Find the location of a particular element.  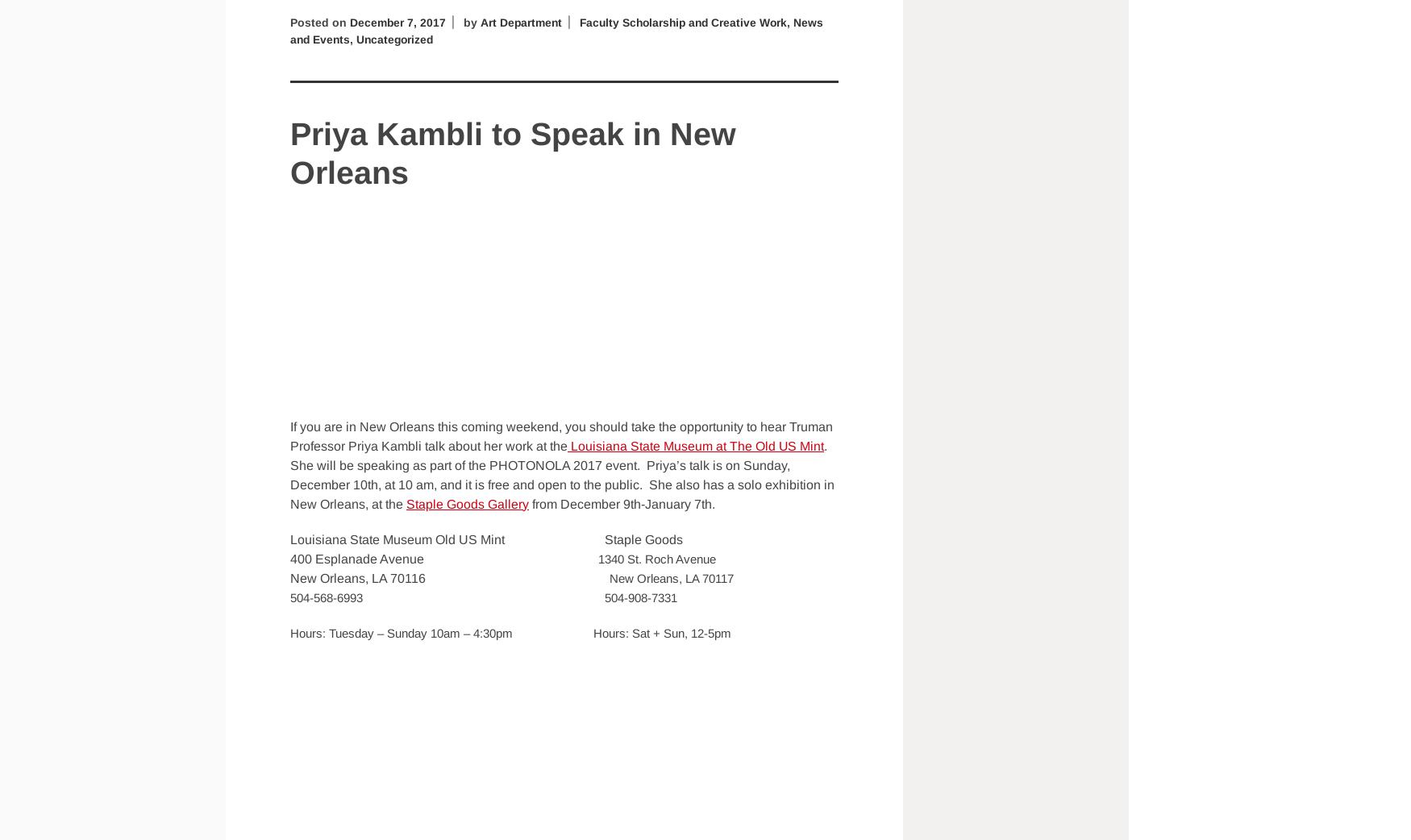

'Uncategorized' is located at coordinates (398, 38).